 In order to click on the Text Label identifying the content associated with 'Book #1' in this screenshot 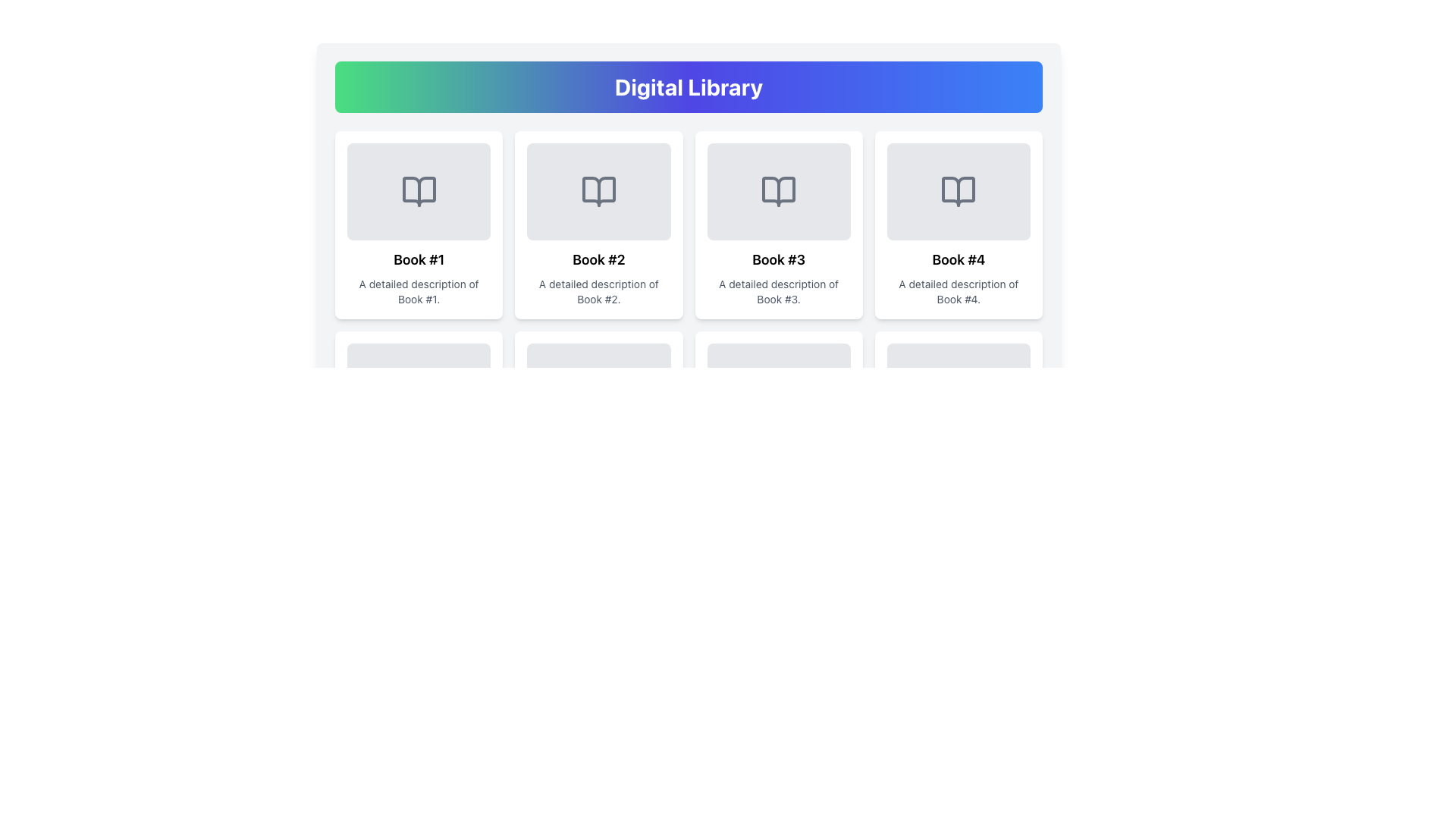, I will do `click(419, 259)`.